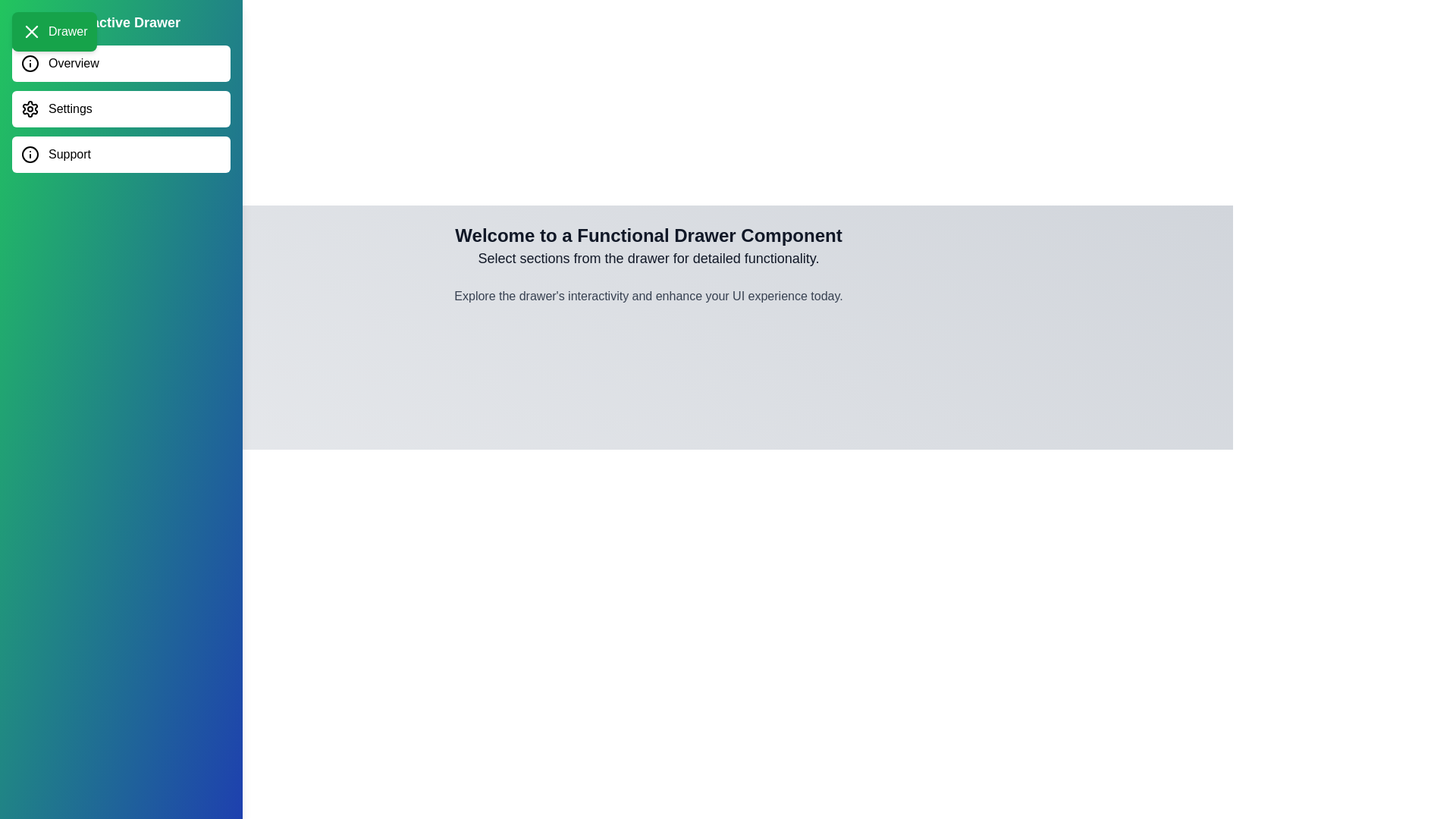  What do you see at coordinates (120, 155) in the screenshot?
I see `the menu item Support in the drawer` at bounding box center [120, 155].